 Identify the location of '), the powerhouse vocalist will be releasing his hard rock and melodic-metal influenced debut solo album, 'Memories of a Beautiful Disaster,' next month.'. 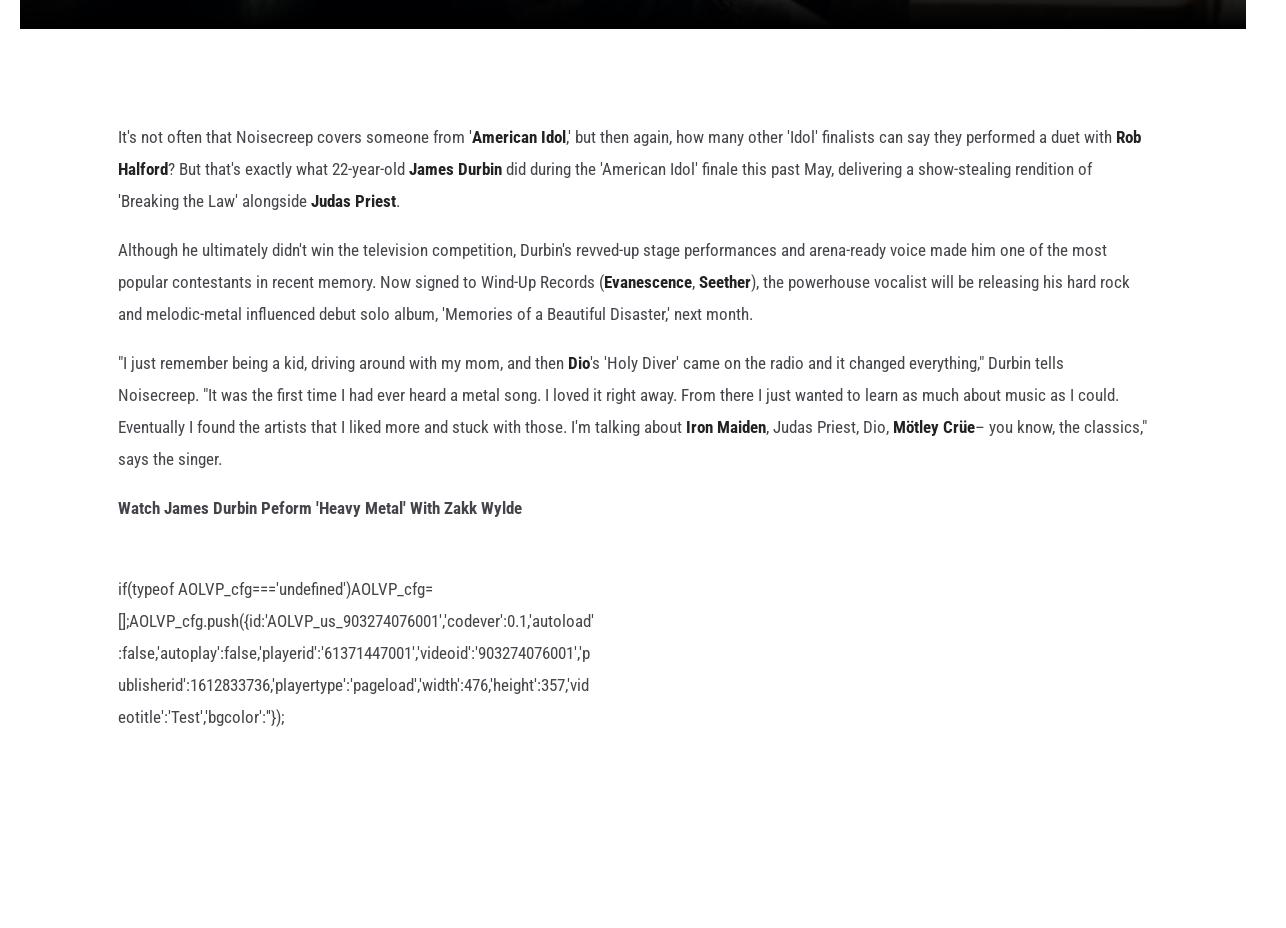
(622, 328).